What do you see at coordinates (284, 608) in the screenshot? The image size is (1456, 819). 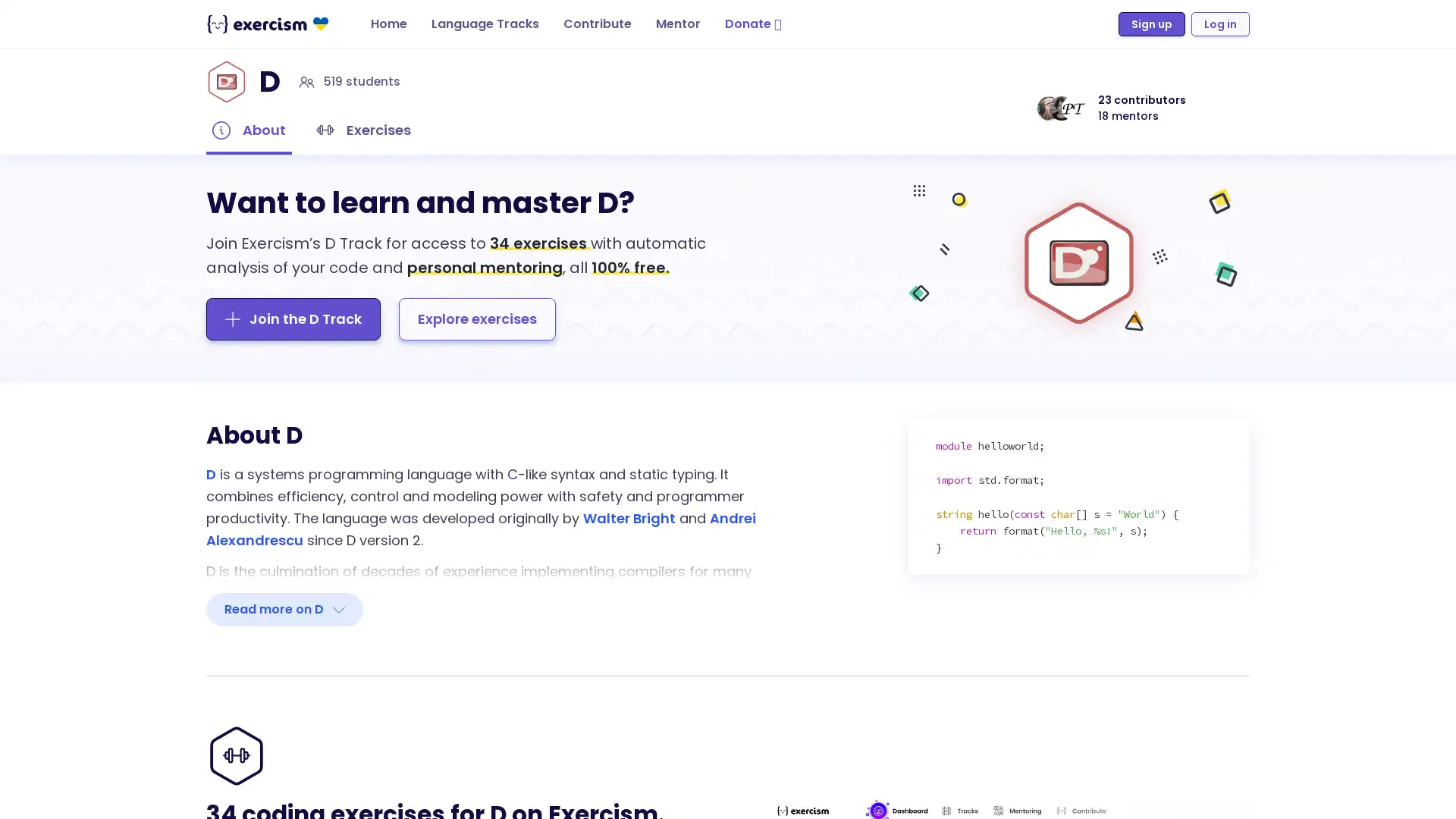 I see `Read more on D` at bounding box center [284, 608].